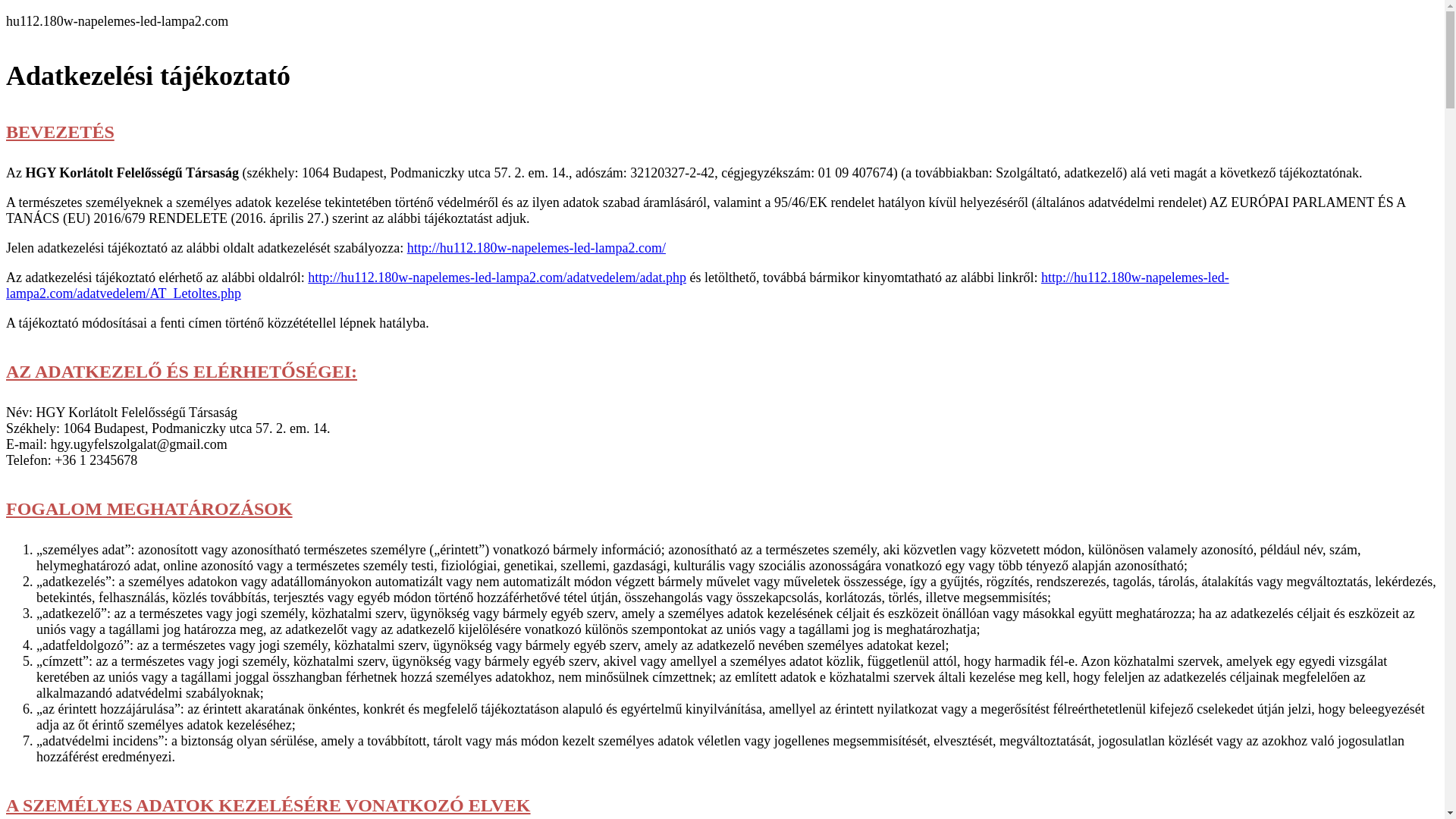  I want to click on 'http://hu112.180w-napelemes-led-lampa2.com/', so click(536, 247).